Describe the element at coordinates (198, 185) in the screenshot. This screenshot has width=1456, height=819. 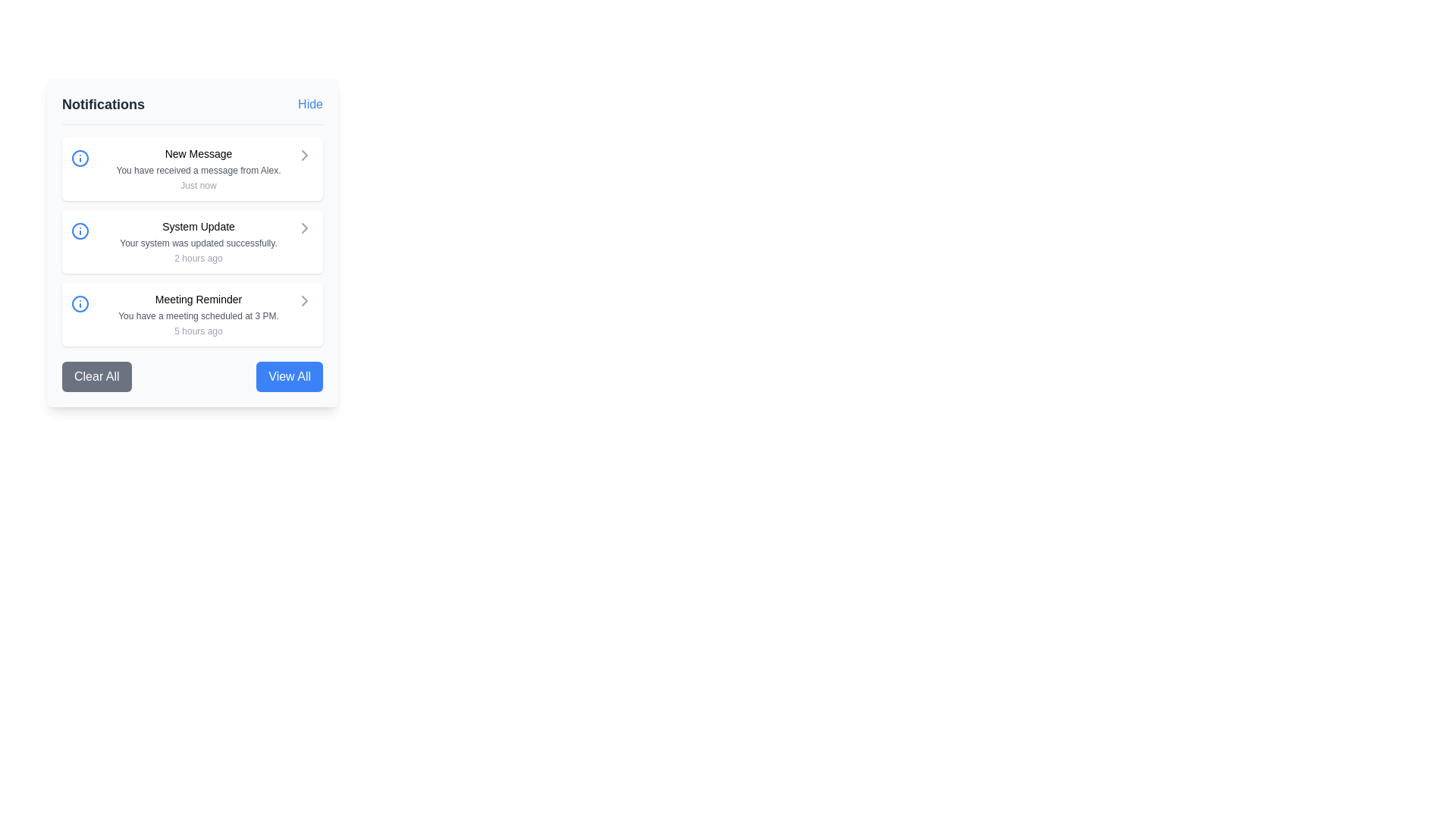
I see `the static text label reading 'Just now' located below the larger informational text 'You have received a message from Alex.' in the notification panel` at that location.